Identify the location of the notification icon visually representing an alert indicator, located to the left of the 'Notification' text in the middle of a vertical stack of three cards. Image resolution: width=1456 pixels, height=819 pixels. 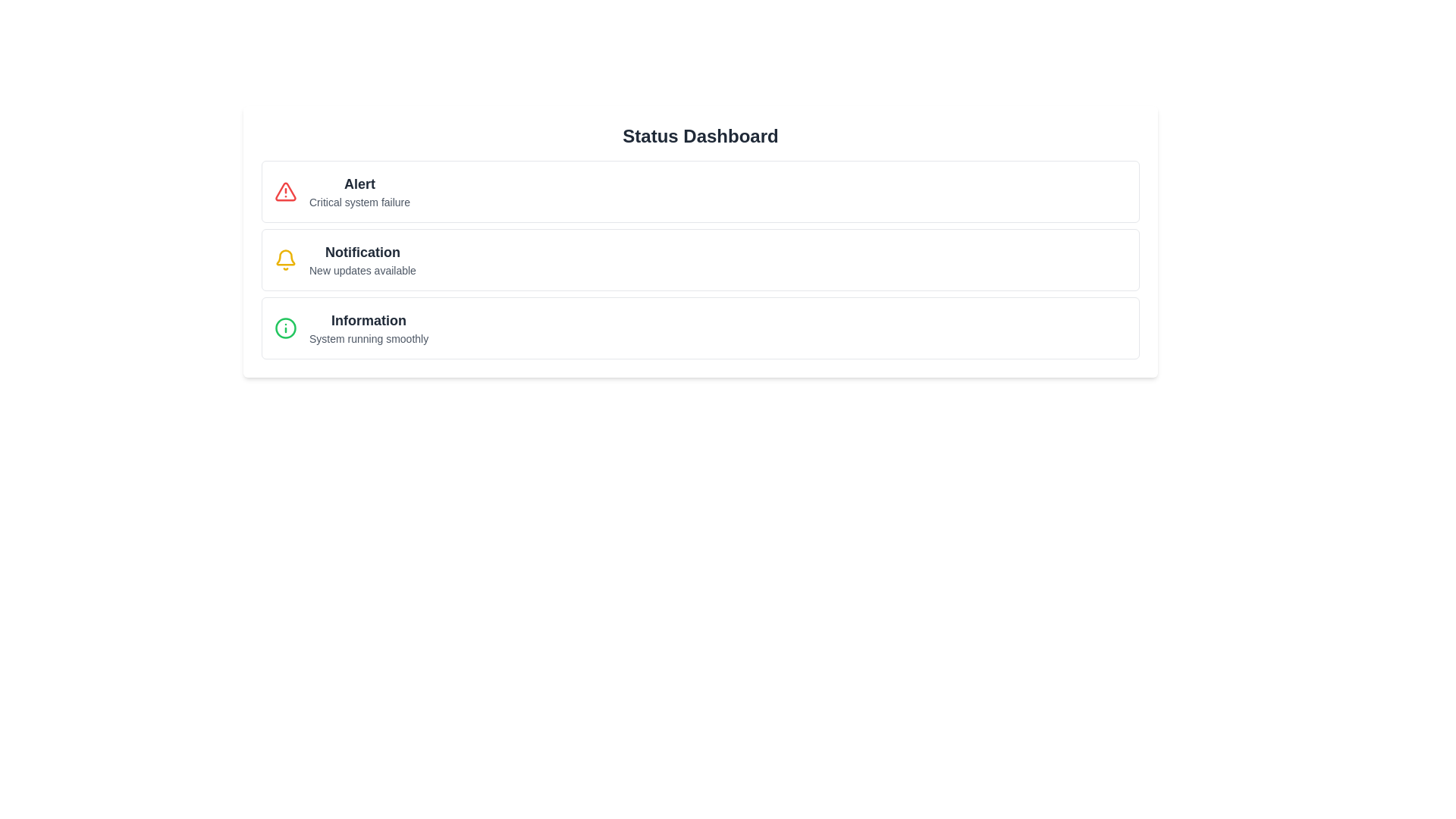
(286, 256).